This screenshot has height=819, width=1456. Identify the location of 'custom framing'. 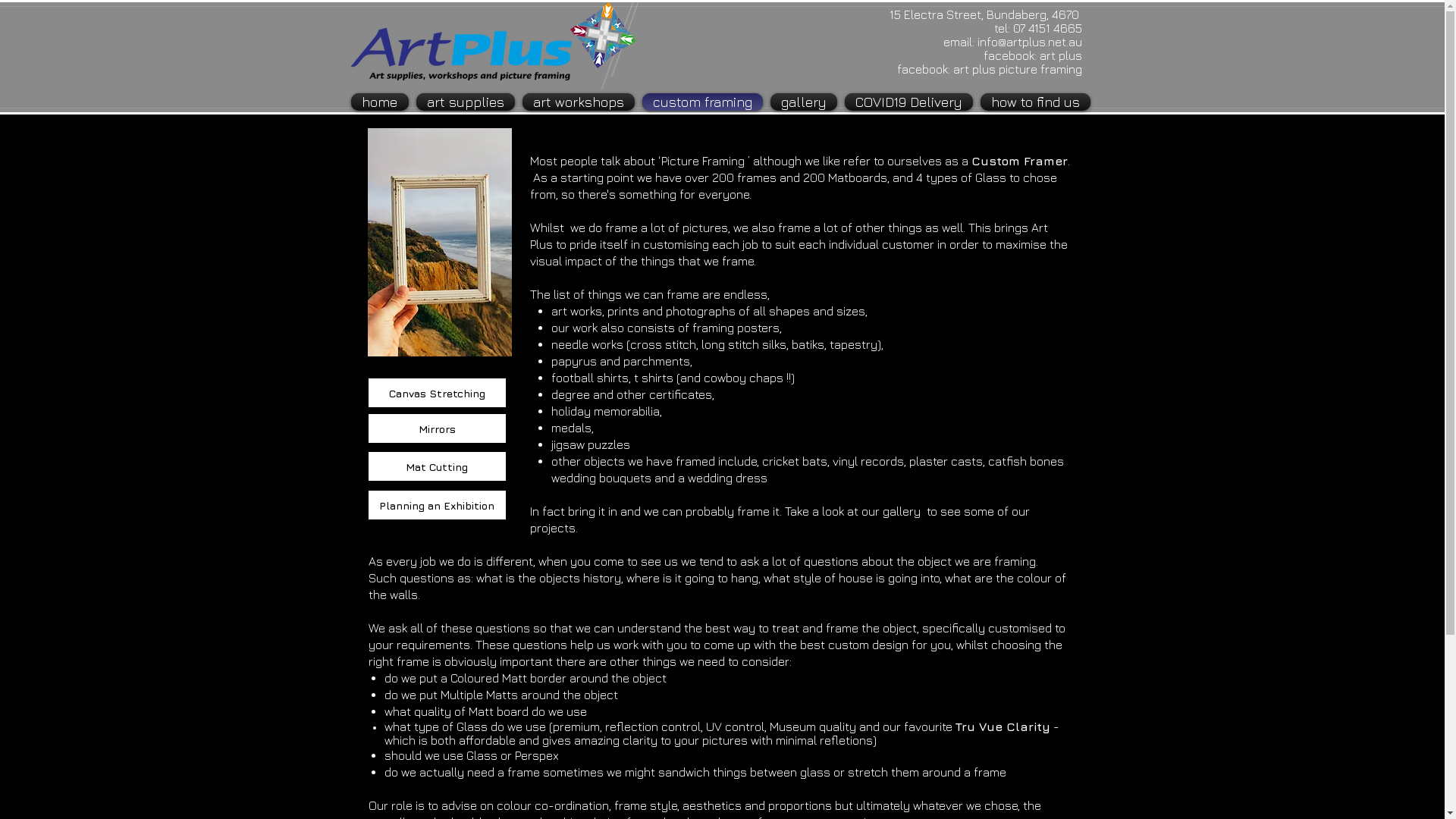
(701, 102).